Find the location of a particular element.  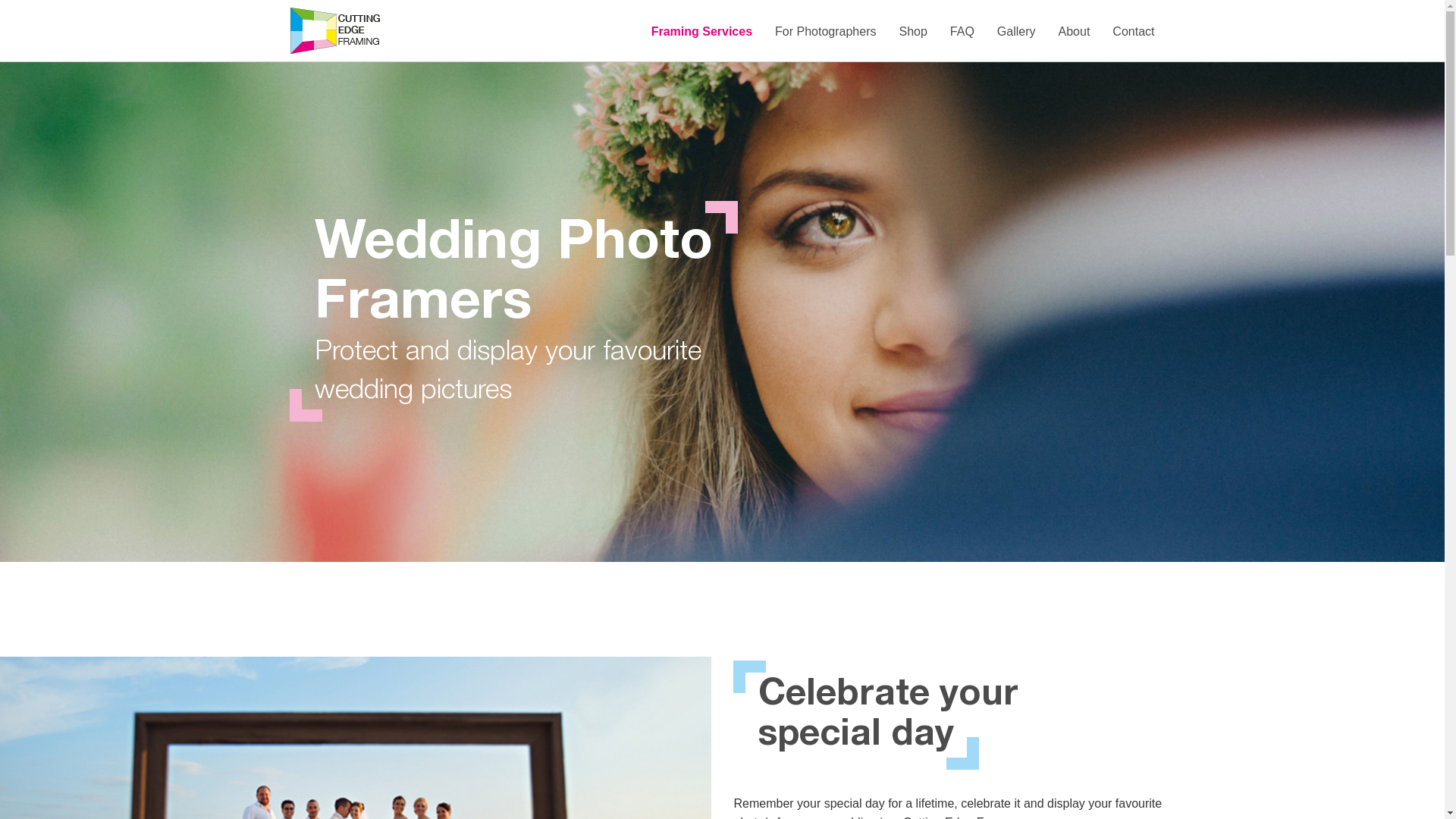

'Shop' is located at coordinates (912, 32).